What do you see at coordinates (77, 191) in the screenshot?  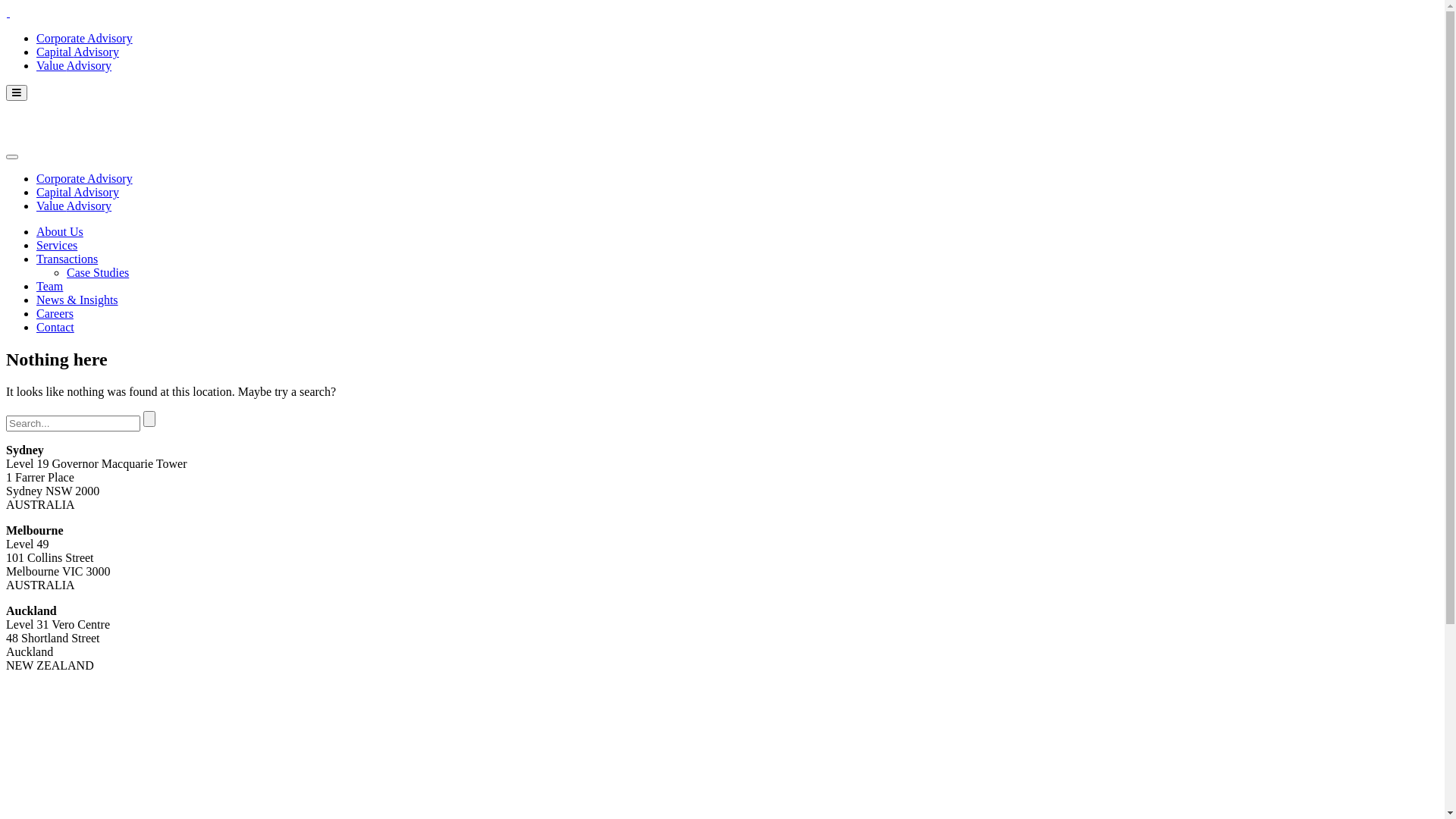 I see `'Capital Advisory'` at bounding box center [77, 191].